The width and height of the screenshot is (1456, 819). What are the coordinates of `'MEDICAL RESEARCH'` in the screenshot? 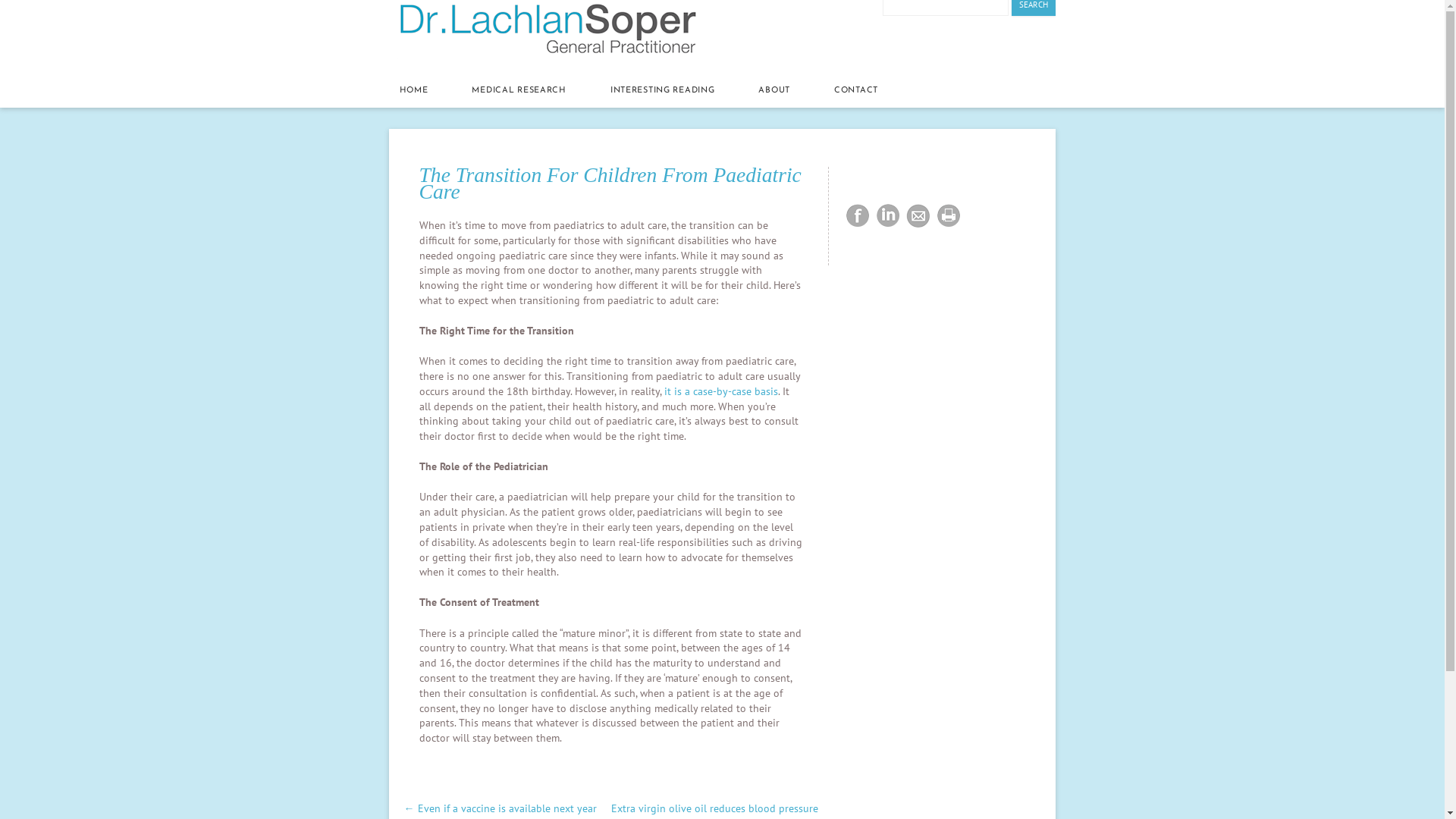 It's located at (519, 91).